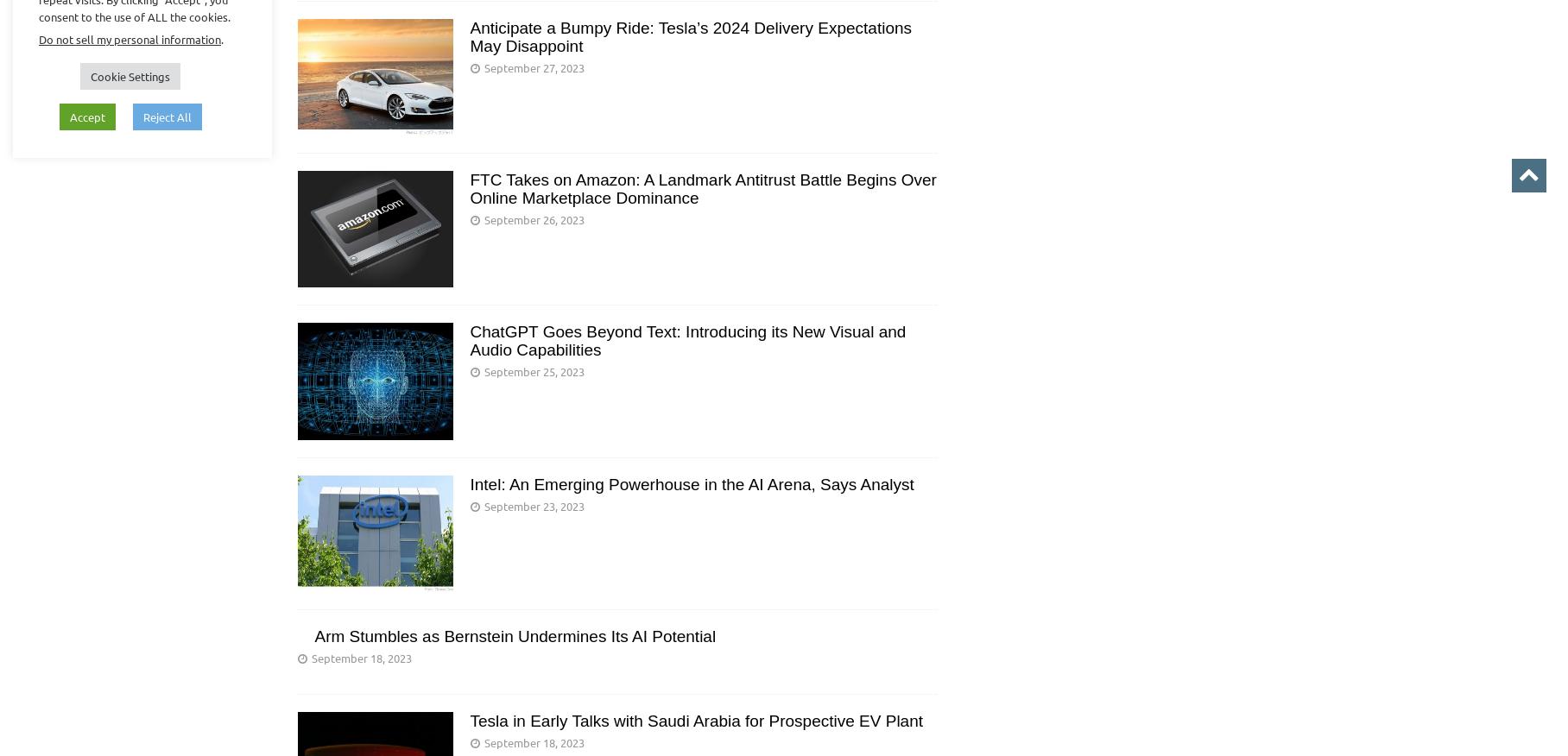 Image resolution: width=1568 pixels, height=756 pixels. Describe the element at coordinates (695, 720) in the screenshot. I see `'Tesla in Early Talks with Saudi Arabia for Prospective EV Plant'` at that location.